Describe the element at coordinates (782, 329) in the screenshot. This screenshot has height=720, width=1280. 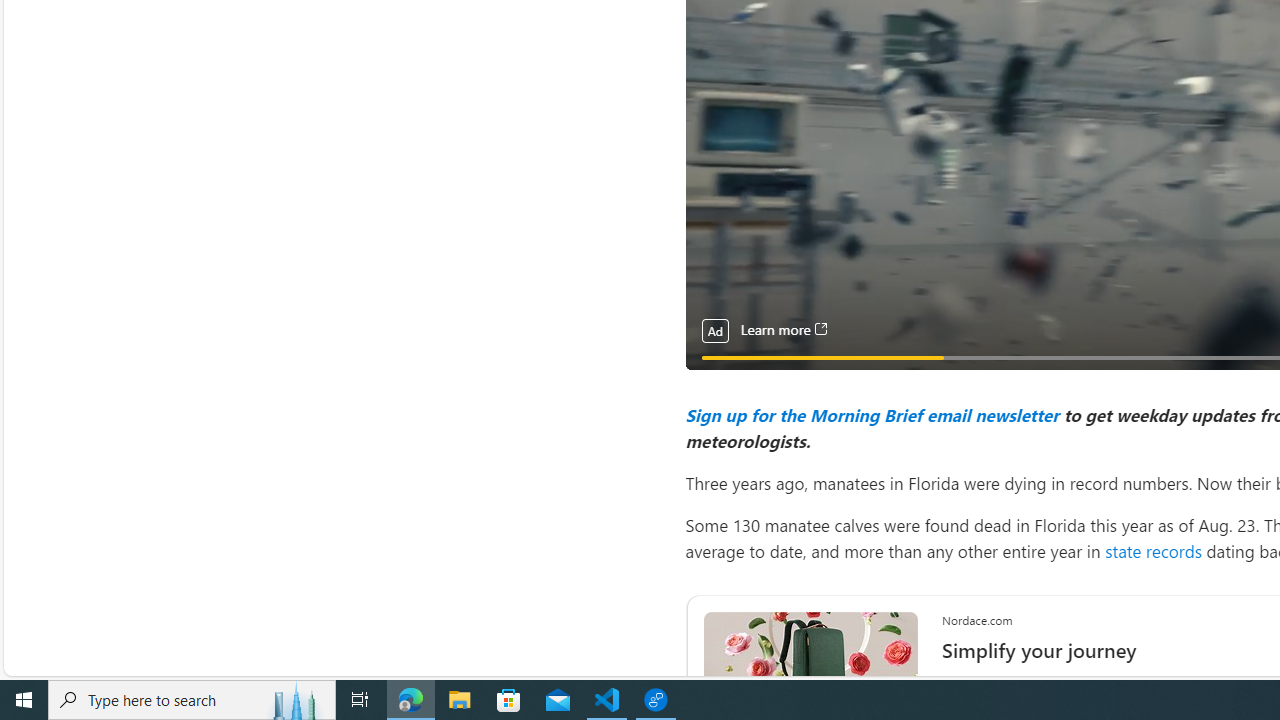
I see `'Learn more'` at that location.